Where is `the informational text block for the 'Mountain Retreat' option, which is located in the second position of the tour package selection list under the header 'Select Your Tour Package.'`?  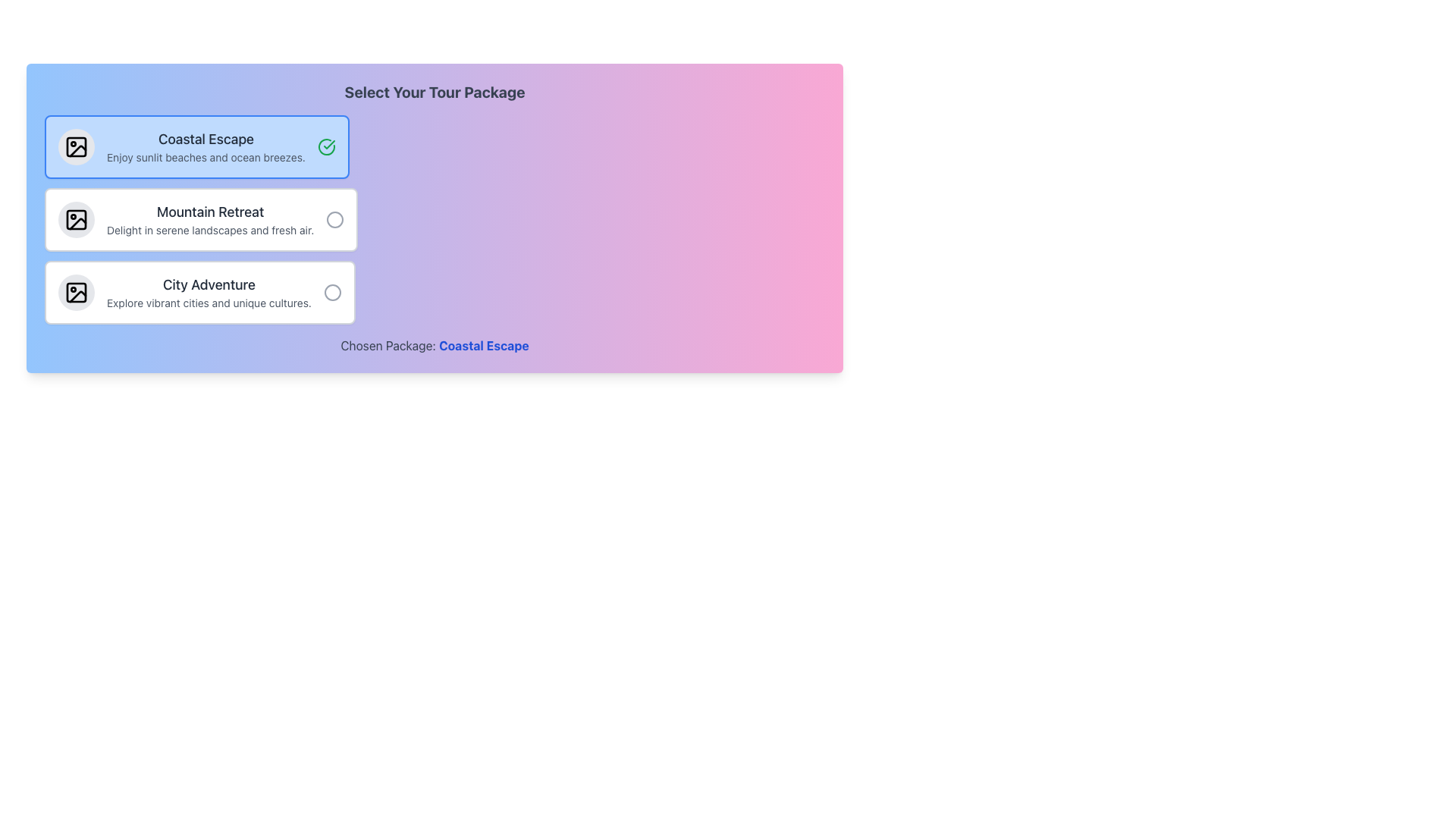
the informational text block for the 'Mountain Retreat' option, which is located in the second position of the tour package selection list under the header 'Select Your Tour Package.' is located at coordinates (209, 219).